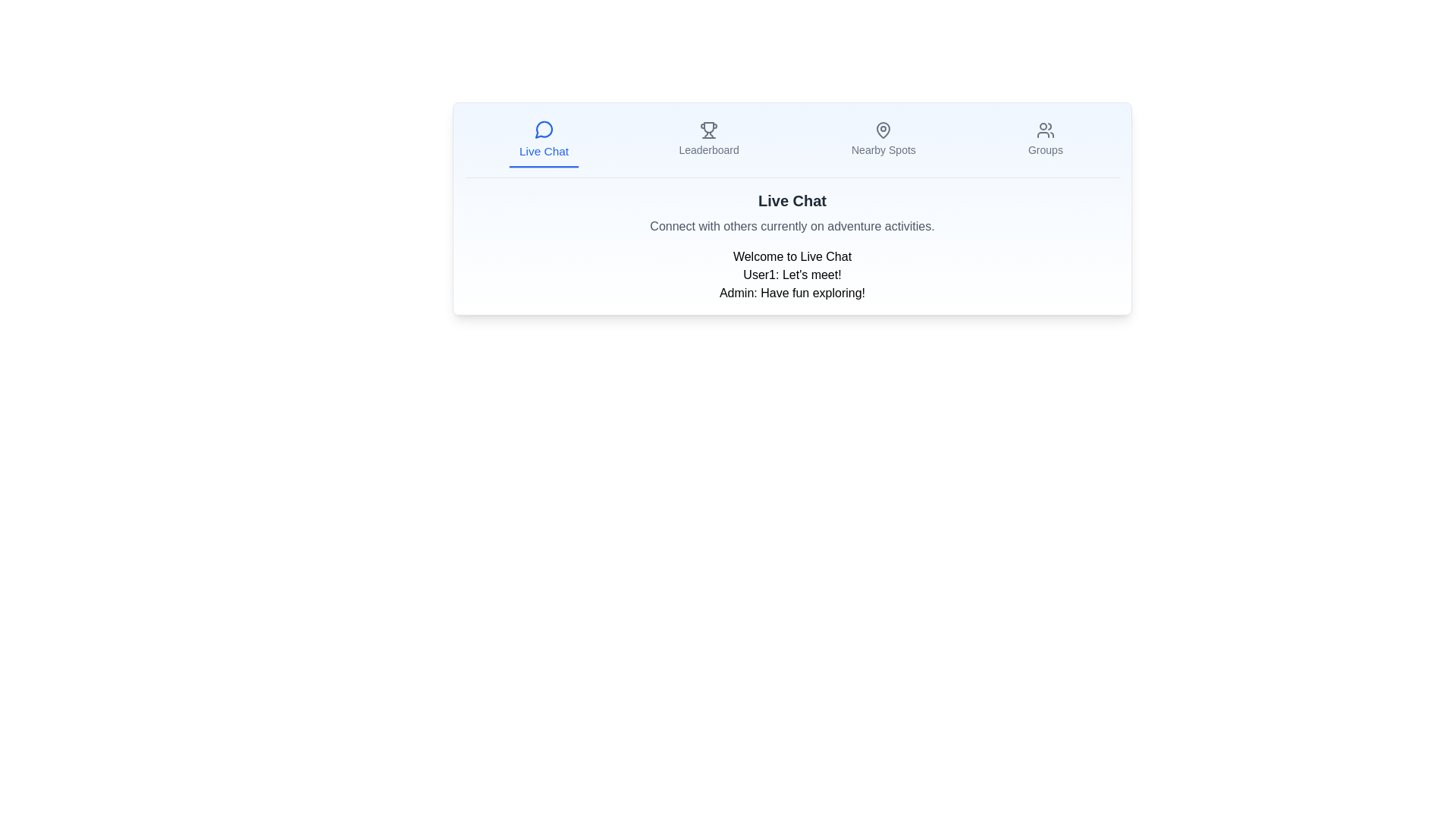  What do you see at coordinates (1044, 130) in the screenshot?
I see `the 'Groups' icon located at the rightmost position in the navigation bar, which redirects the user to the groups section of the application` at bounding box center [1044, 130].